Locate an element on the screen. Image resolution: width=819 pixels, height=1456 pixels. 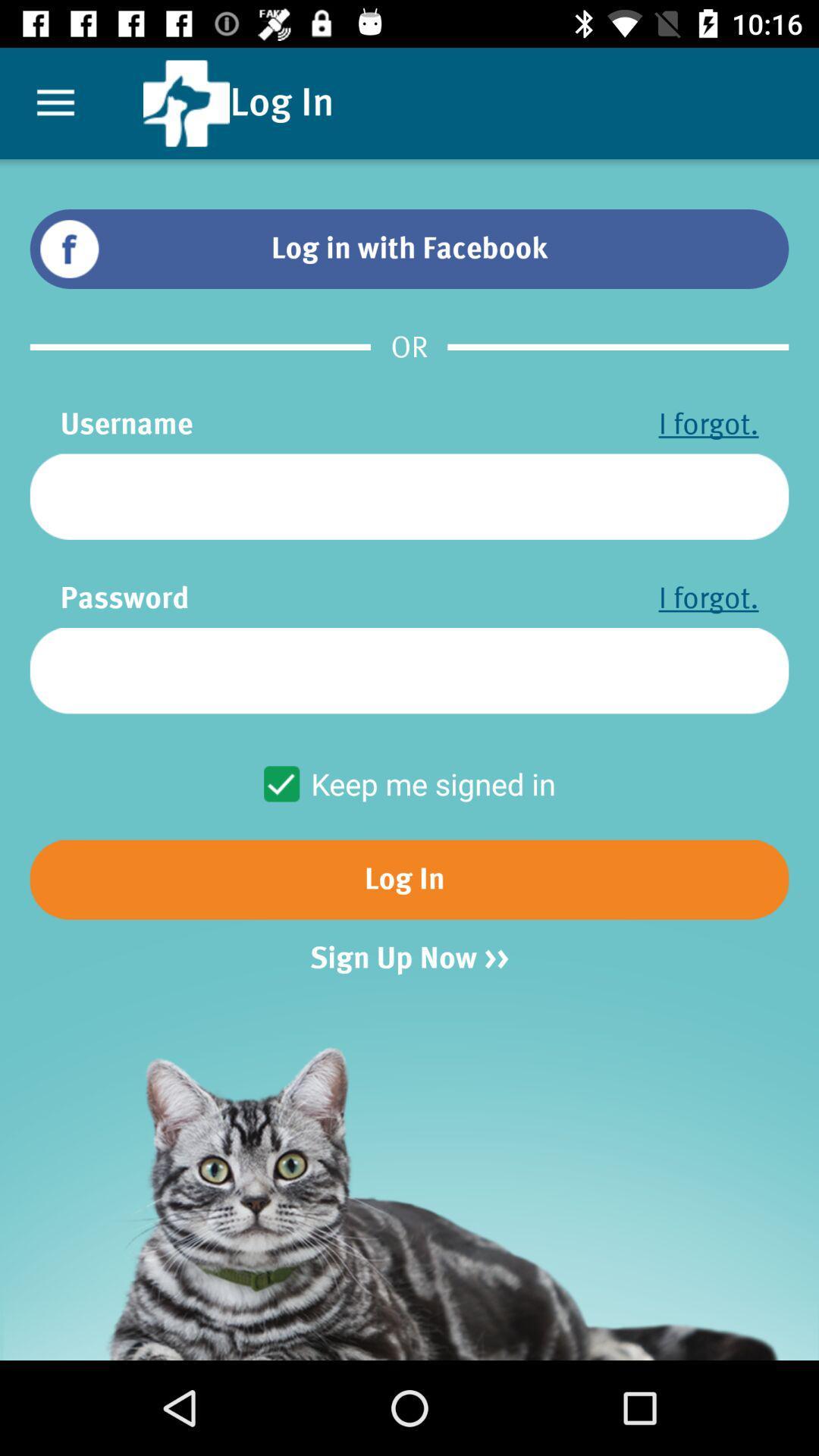
the icon below log in is located at coordinates (409, 958).